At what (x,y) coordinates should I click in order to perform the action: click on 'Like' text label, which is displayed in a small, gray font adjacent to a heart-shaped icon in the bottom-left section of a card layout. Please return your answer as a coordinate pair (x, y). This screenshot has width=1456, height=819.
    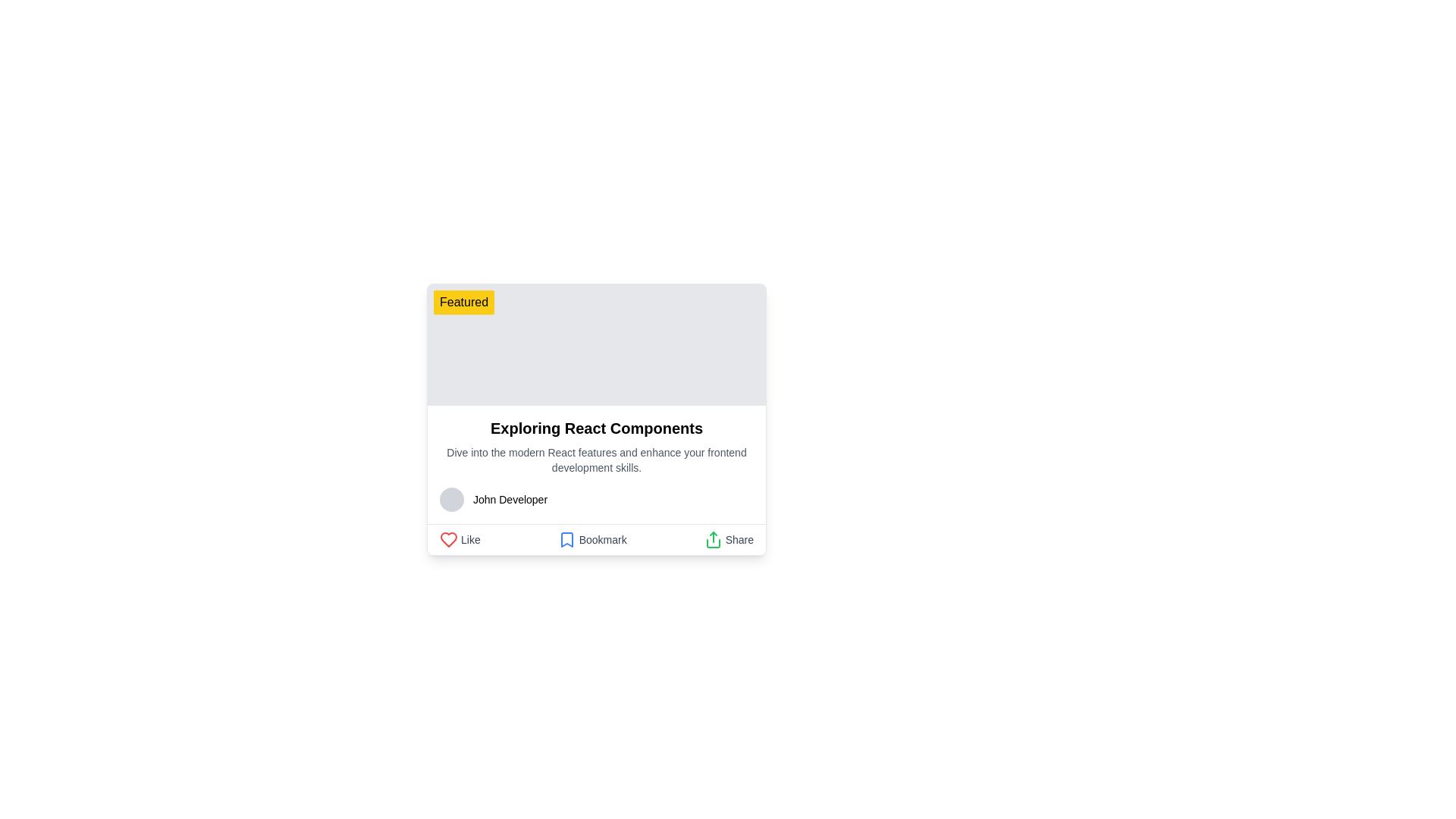
    Looking at the image, I should click on (469, 539).